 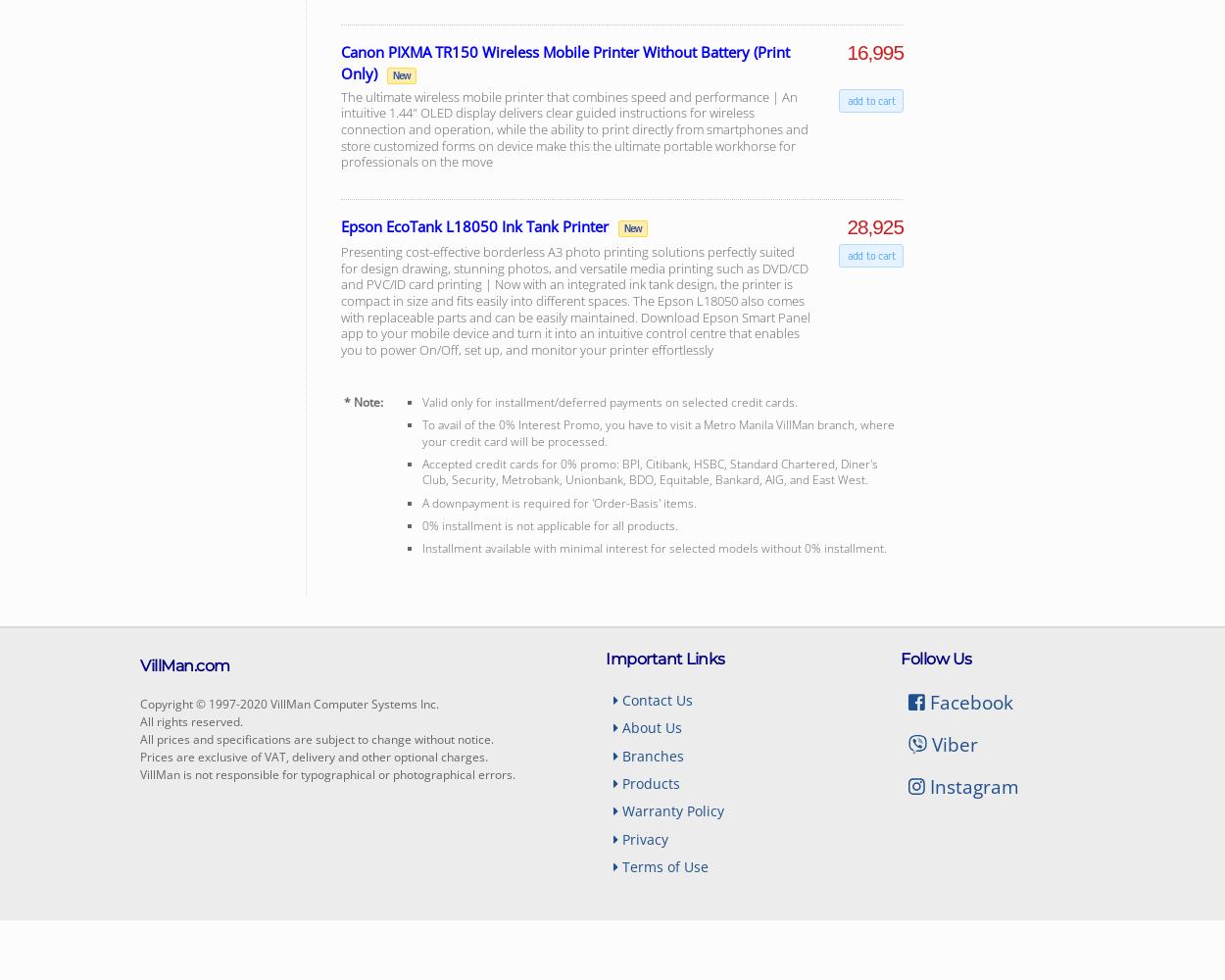 What do you see at coordinates (935, 658) in the screenshot?
I see `'Follow Us'` at bounding box center [935, 658].